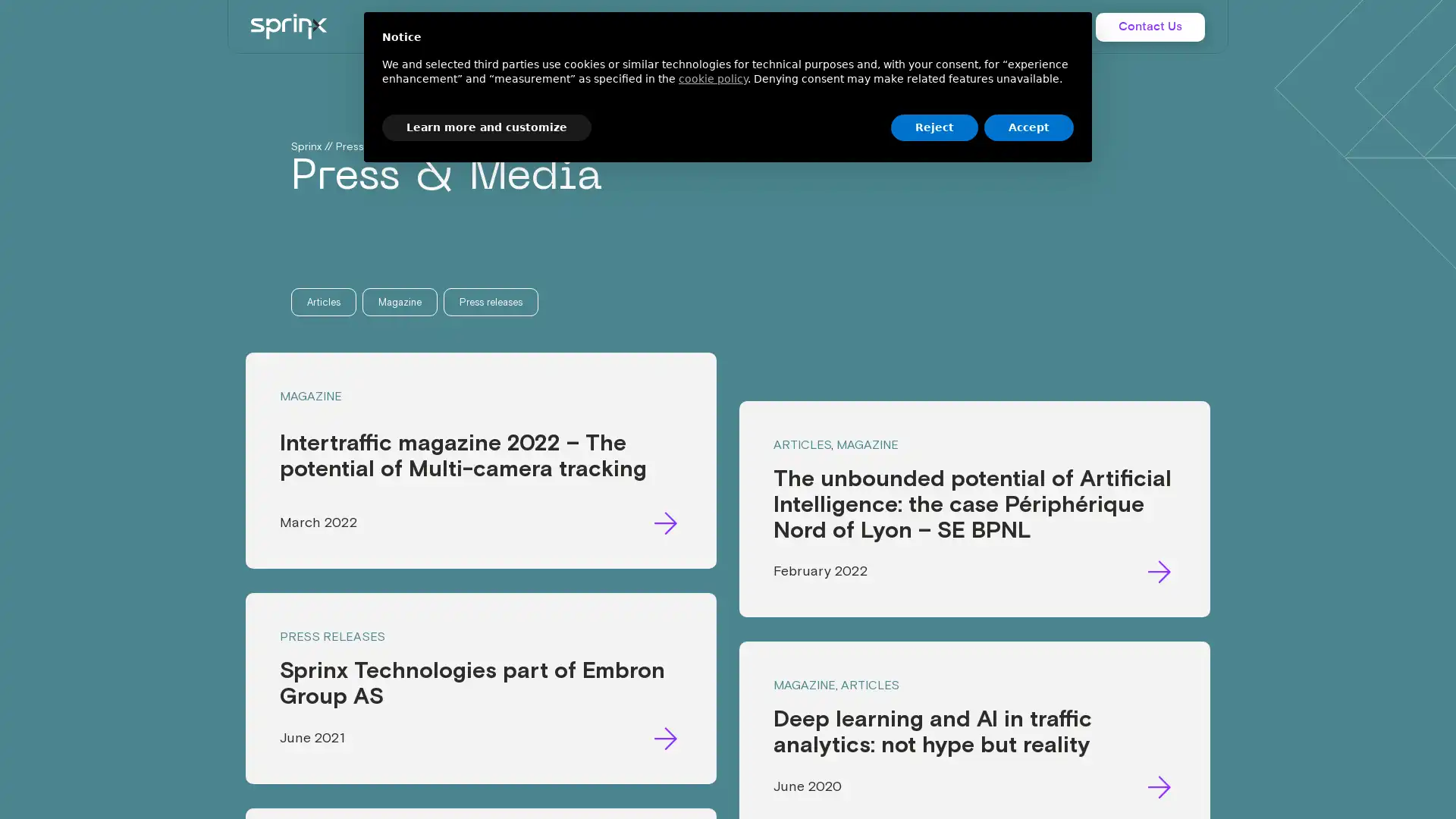 Image resolution: width=1456 pixels, height=819 pixels. I want to click on Learn more and customize, so click(487, 127).